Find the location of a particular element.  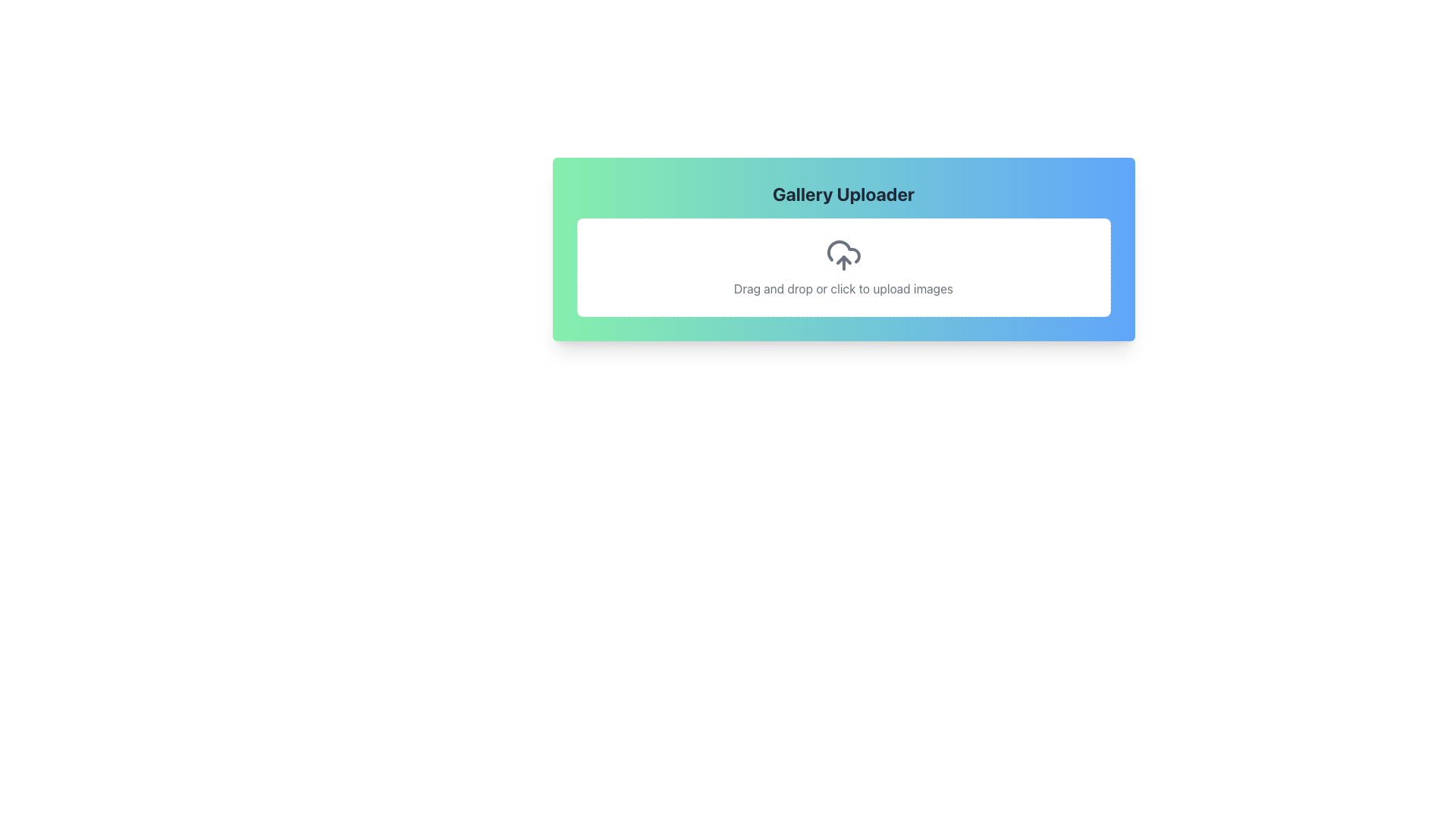

the Interactive file uploader area is located at coordinates (843, 248).